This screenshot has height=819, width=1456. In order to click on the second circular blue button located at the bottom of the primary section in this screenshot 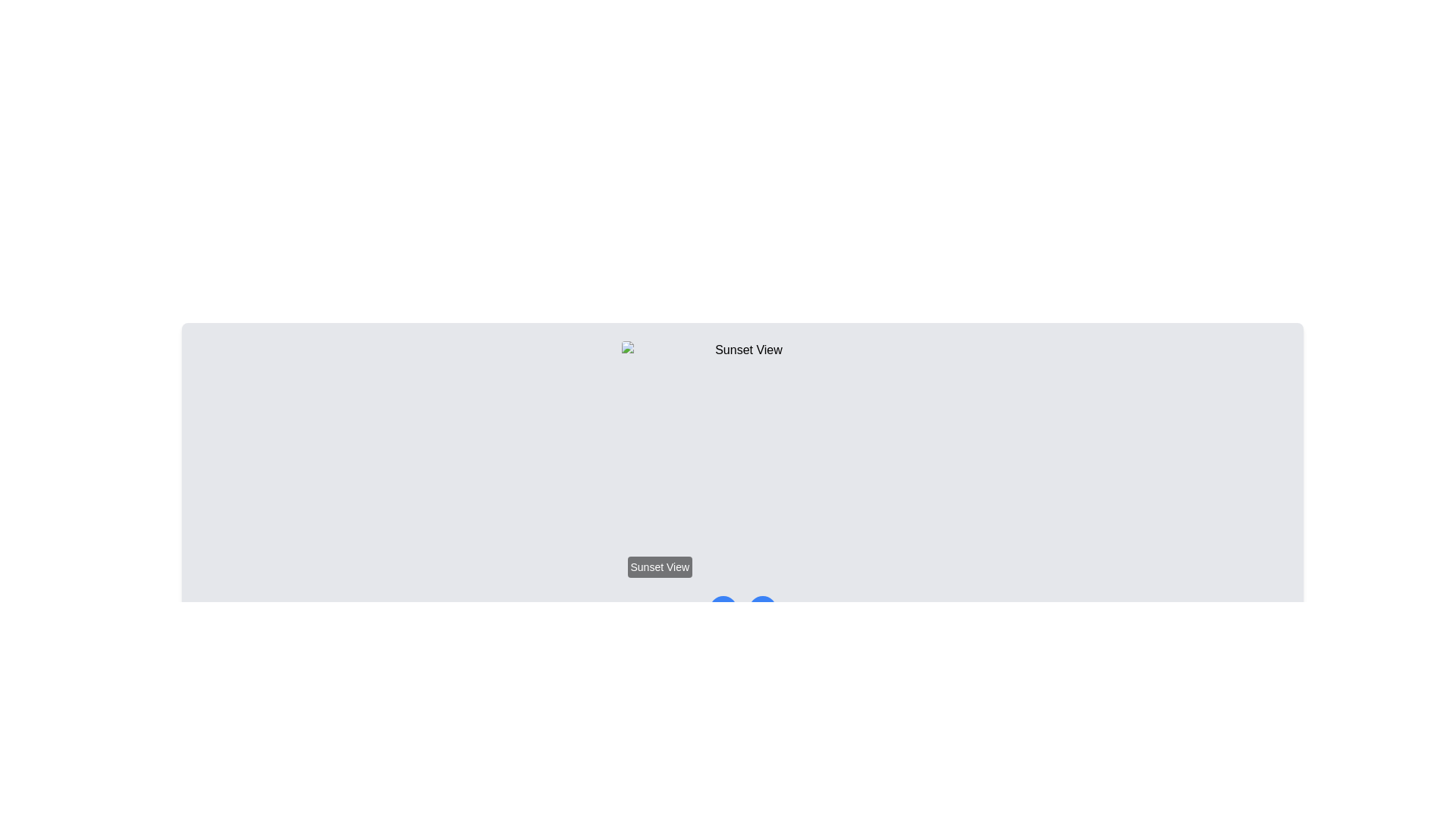, I will do `click(762, 608)`.